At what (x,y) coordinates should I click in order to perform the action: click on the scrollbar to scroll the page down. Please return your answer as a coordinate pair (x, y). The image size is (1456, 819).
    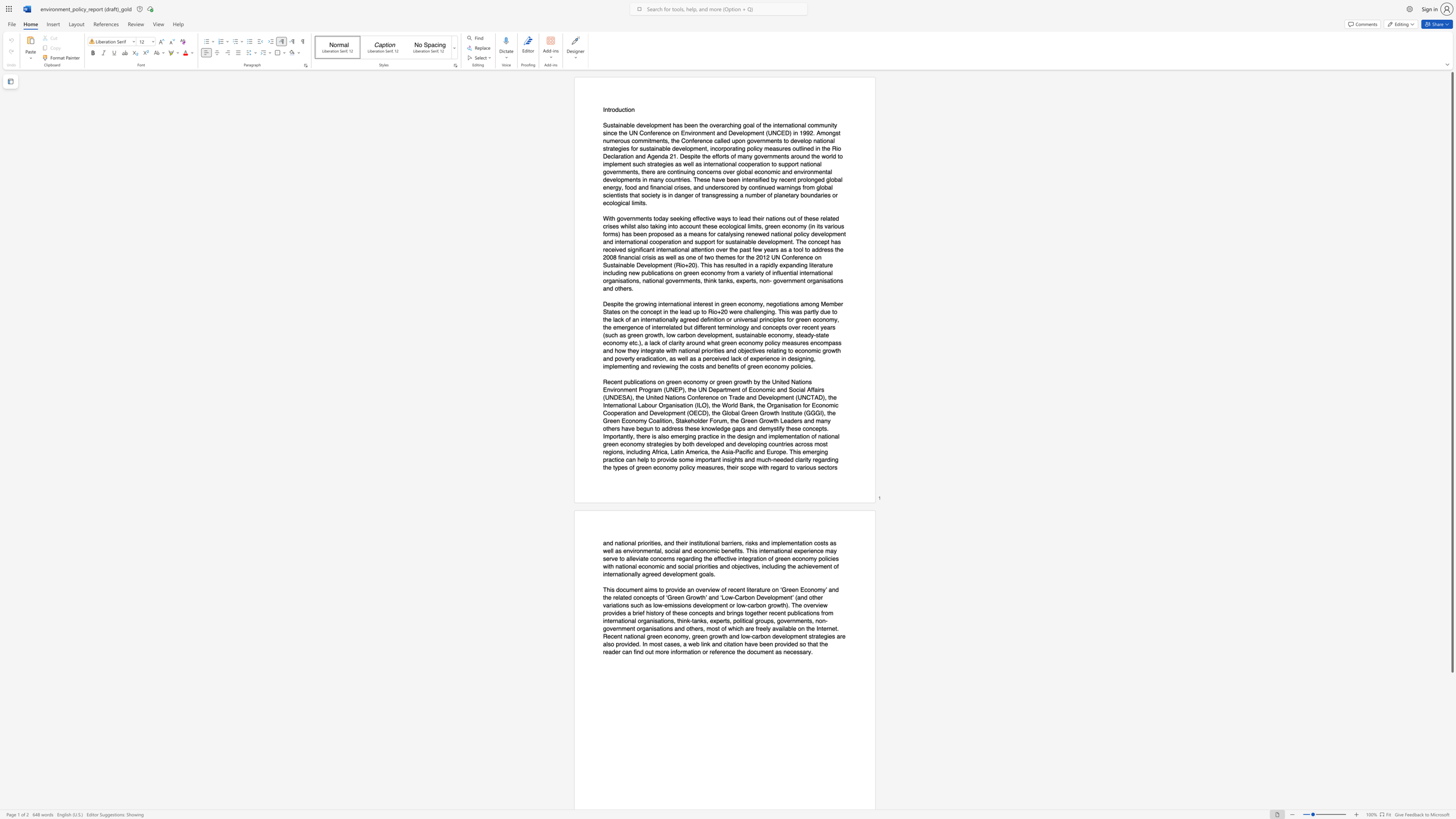
    Looking at the image, I should click on (1451, 762).